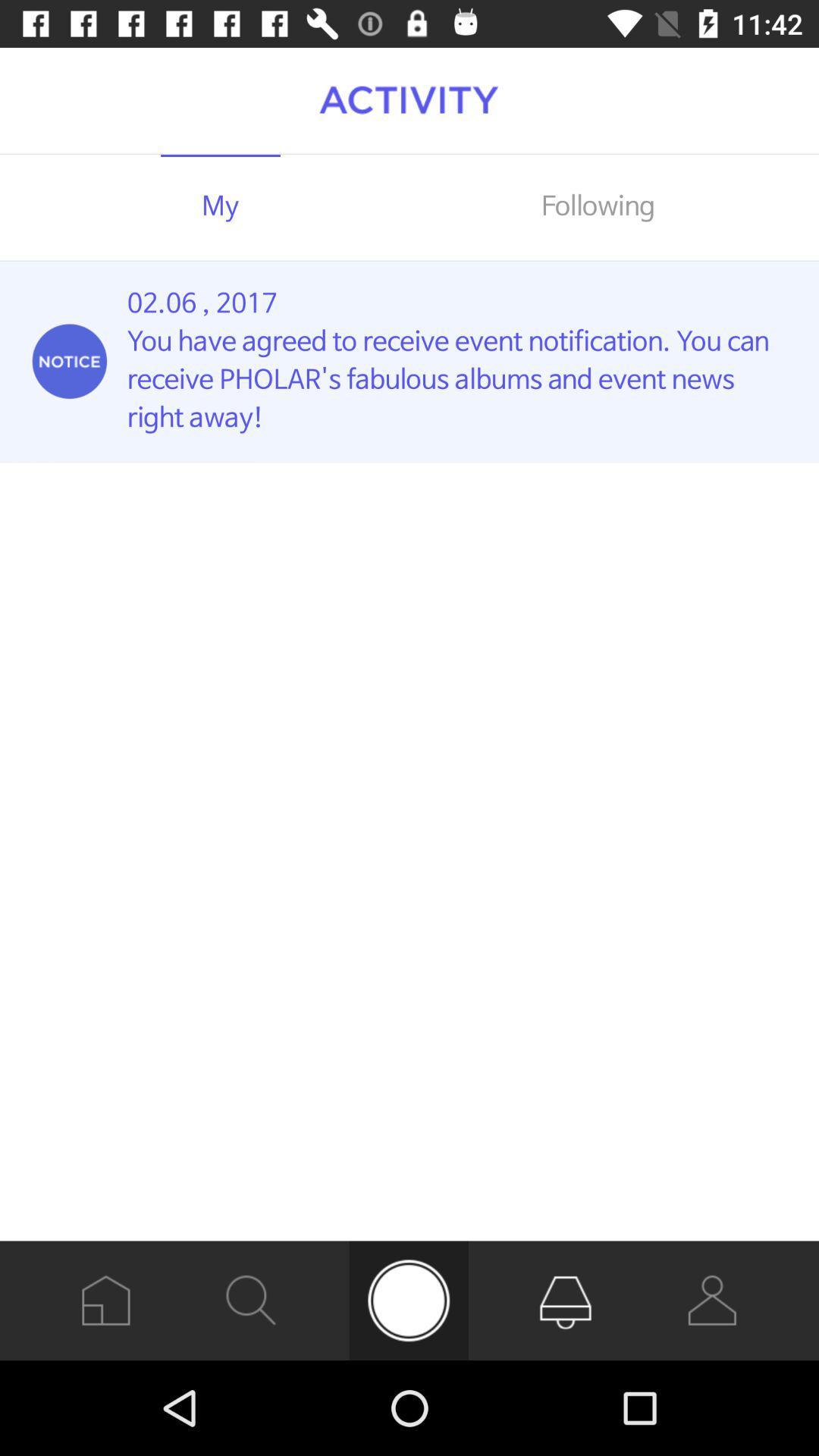 This screenshot has width=819, height=1456. I want to click on the home icon, so click(105, 1299).